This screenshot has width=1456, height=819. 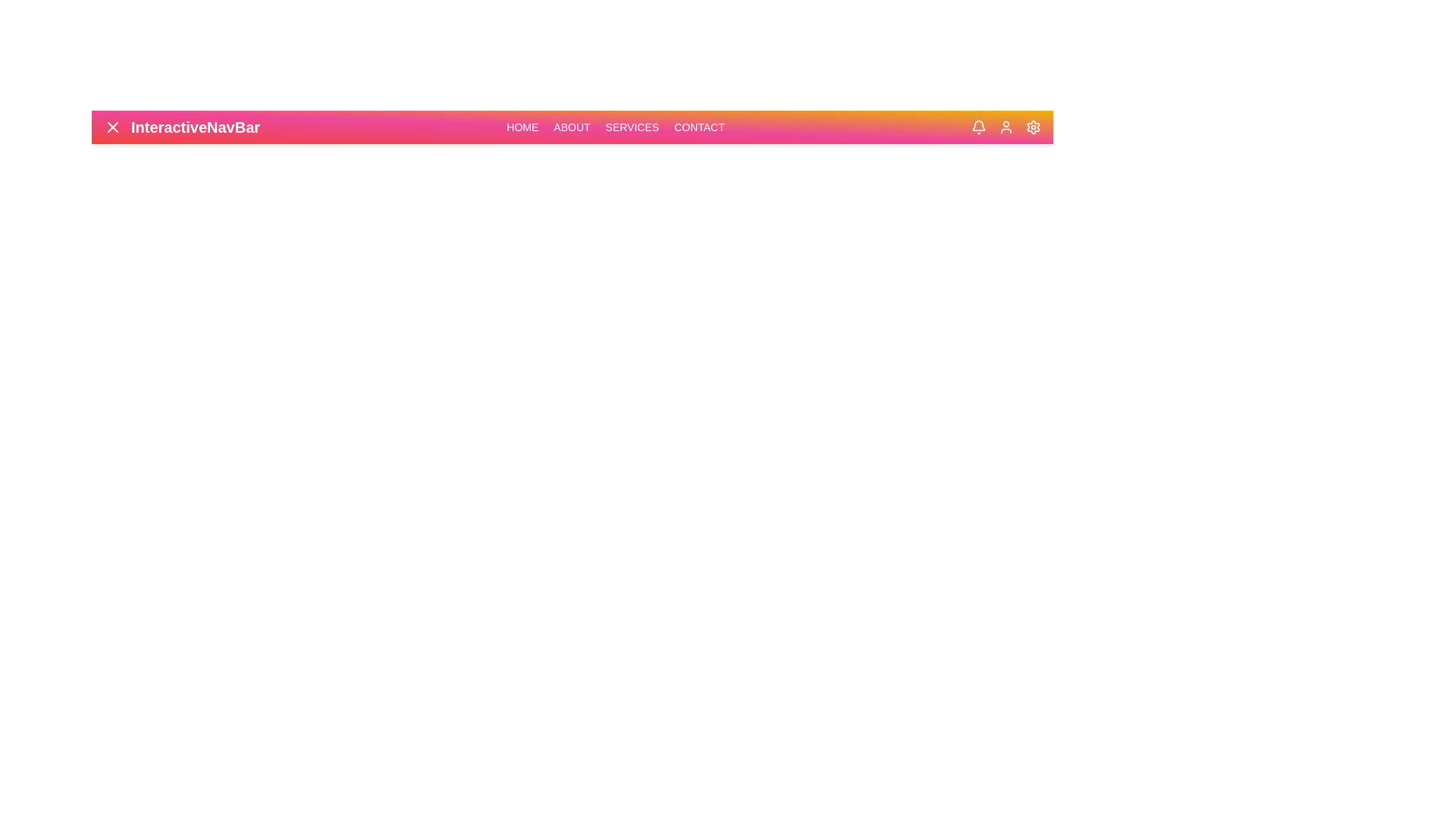 I want to click on the navigation link corresponding to About, so click(x=571, y=127).